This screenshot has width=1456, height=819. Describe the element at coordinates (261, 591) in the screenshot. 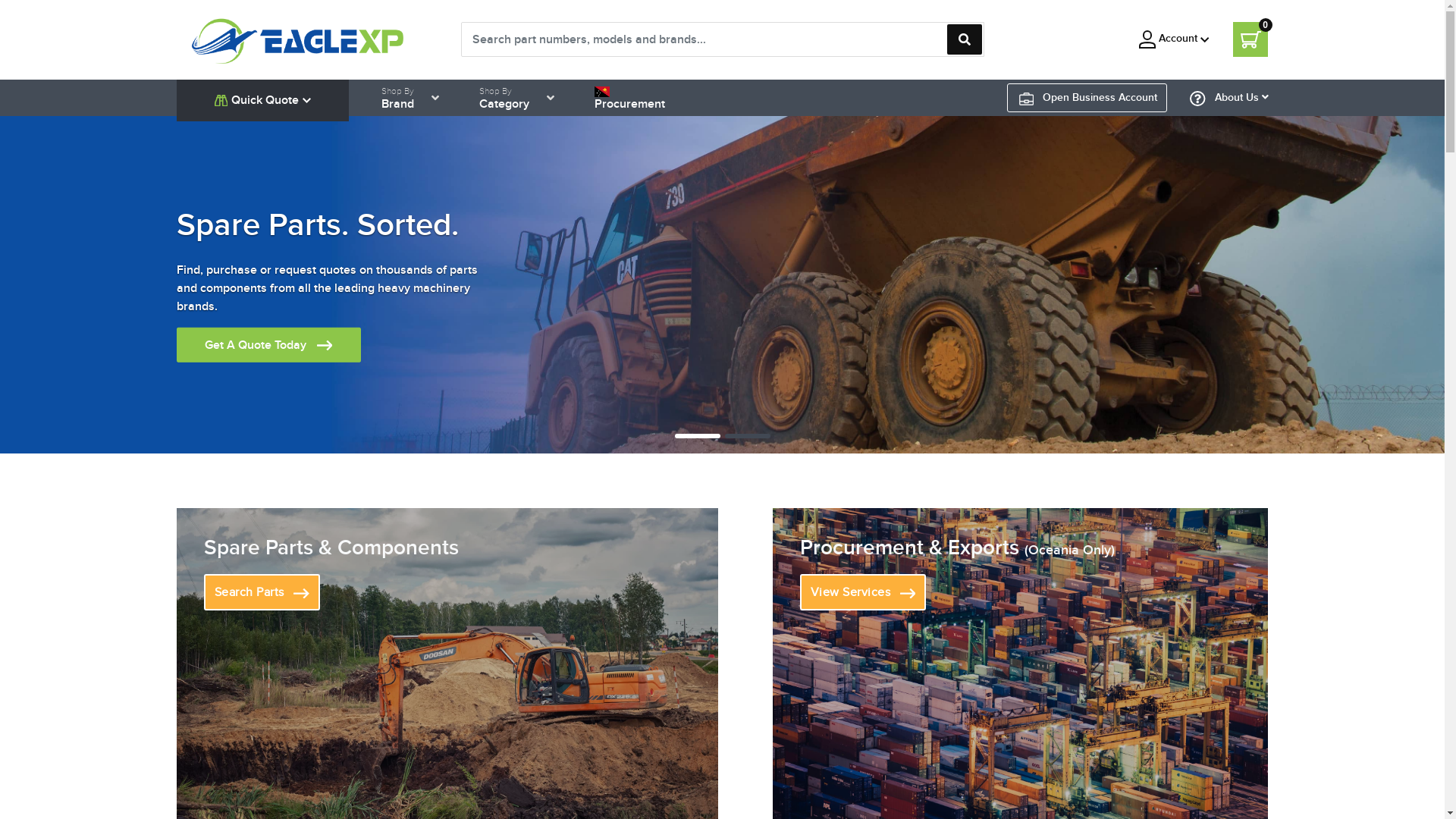

I see `'Search Parts'` at that location.